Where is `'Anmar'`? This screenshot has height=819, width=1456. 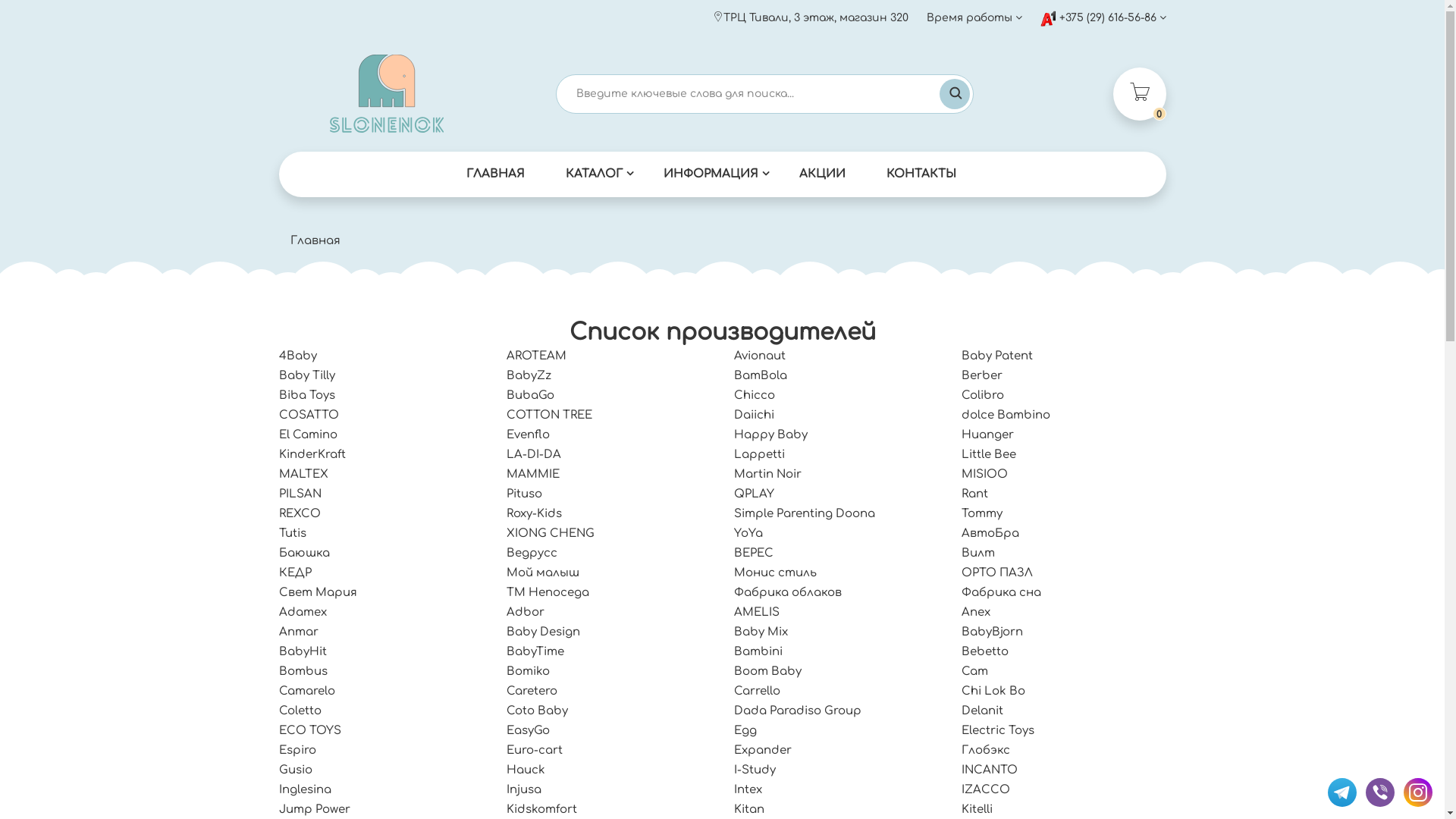
'Anmar' is located at coordinates (298, 632).